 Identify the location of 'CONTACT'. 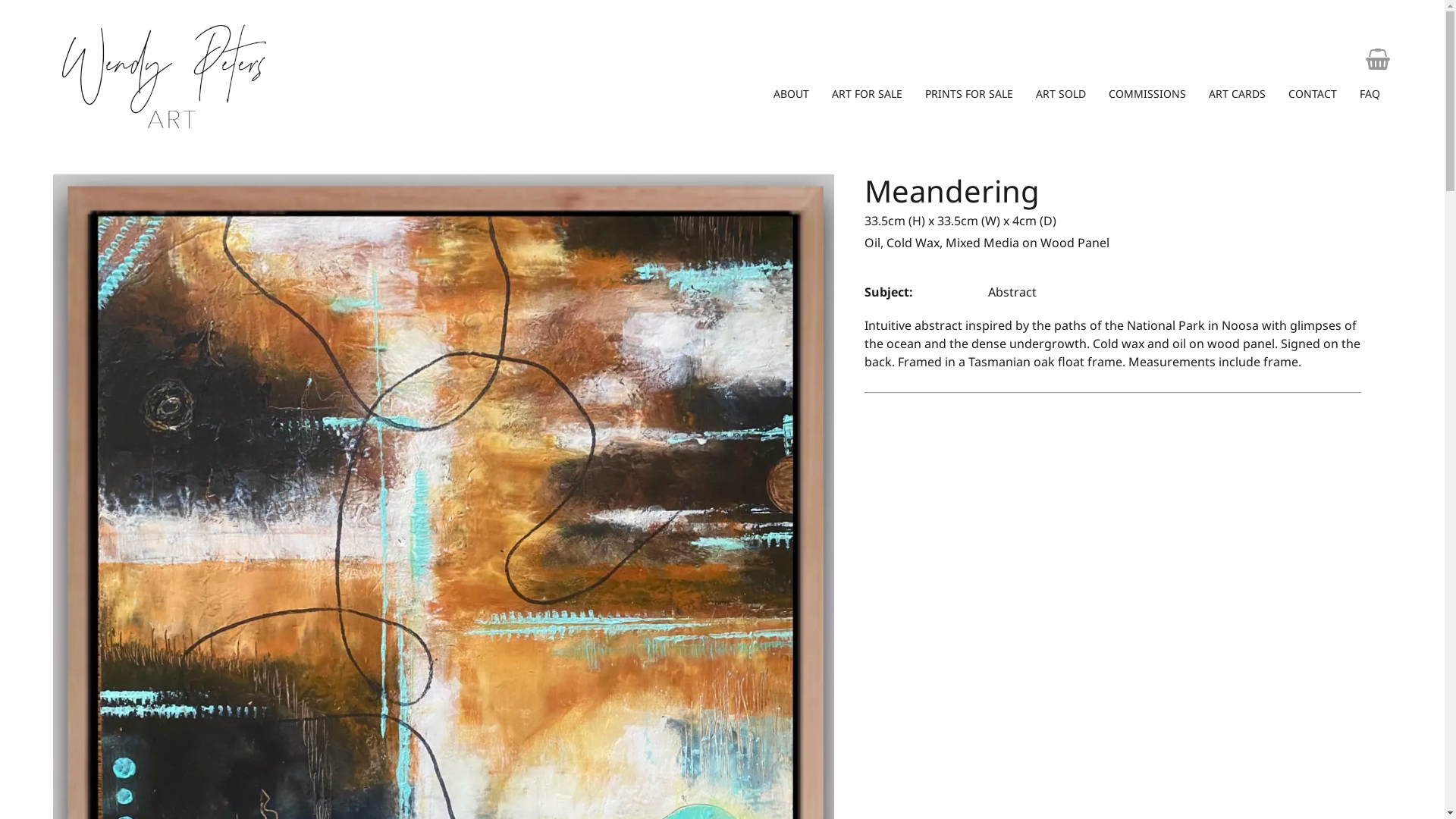
(1312, 93).